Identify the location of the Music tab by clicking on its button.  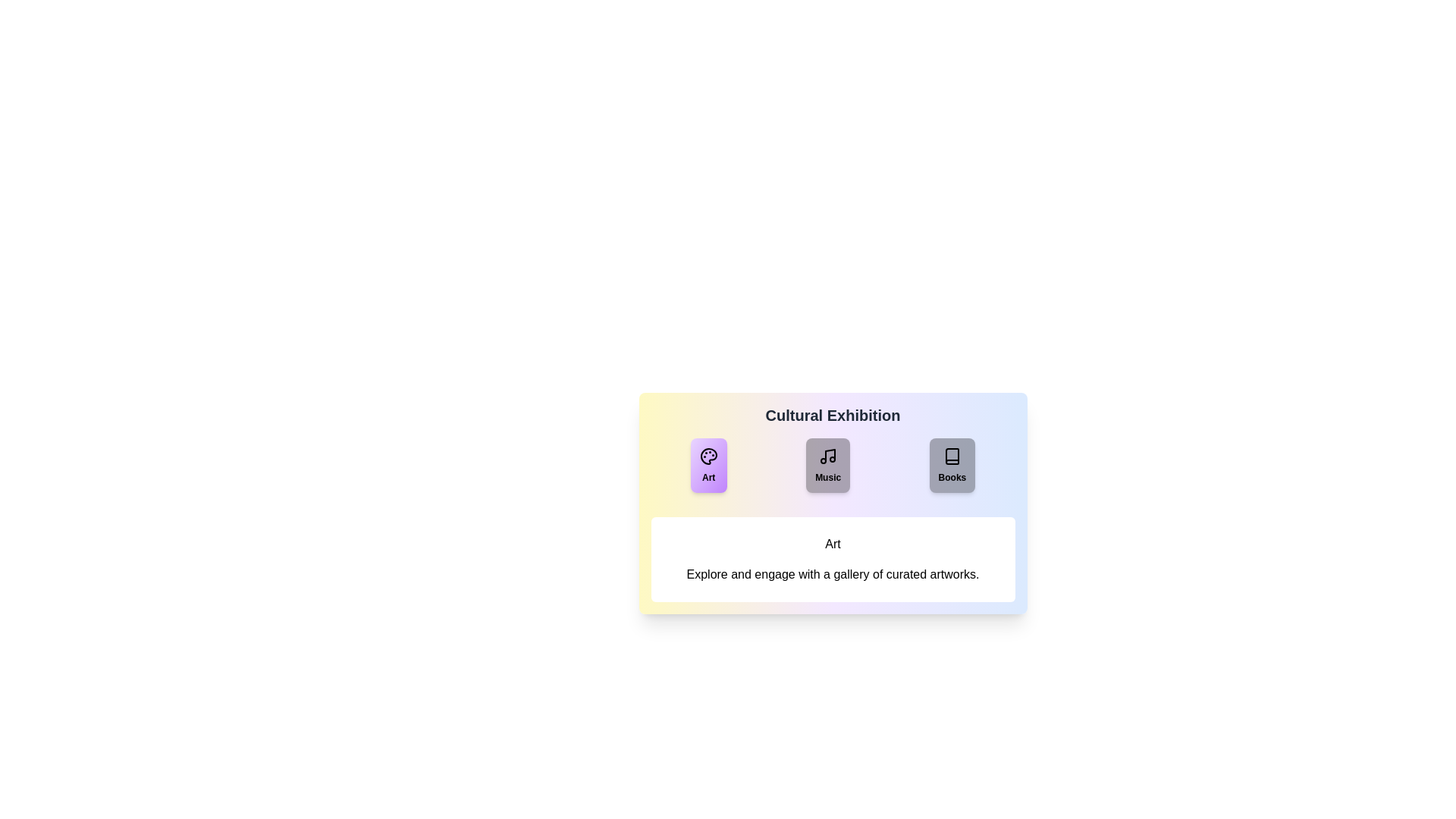
(827, 464).